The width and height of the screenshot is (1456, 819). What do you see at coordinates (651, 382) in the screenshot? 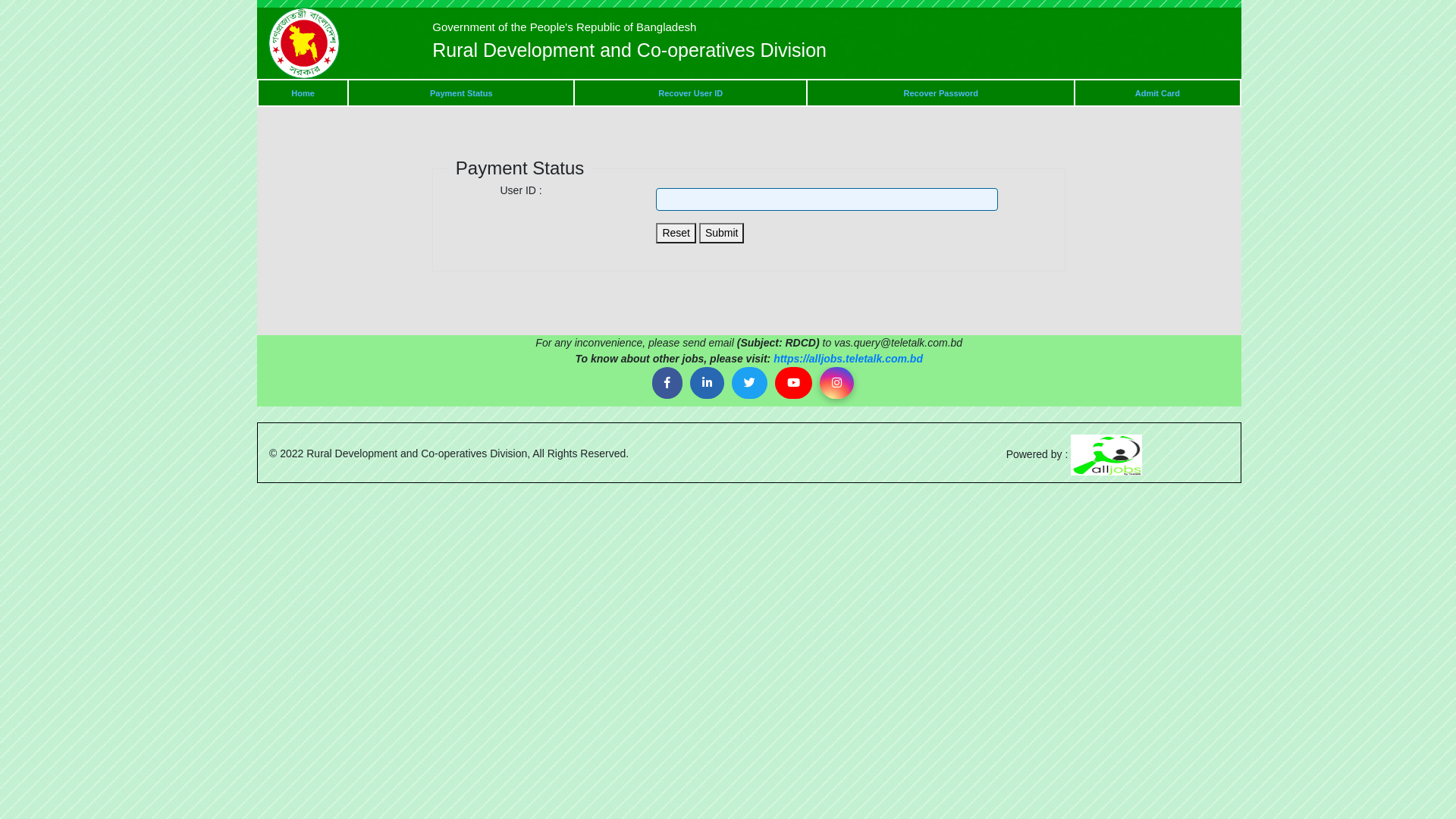
I see `'Facebook'` at bounding box center [651, 382].